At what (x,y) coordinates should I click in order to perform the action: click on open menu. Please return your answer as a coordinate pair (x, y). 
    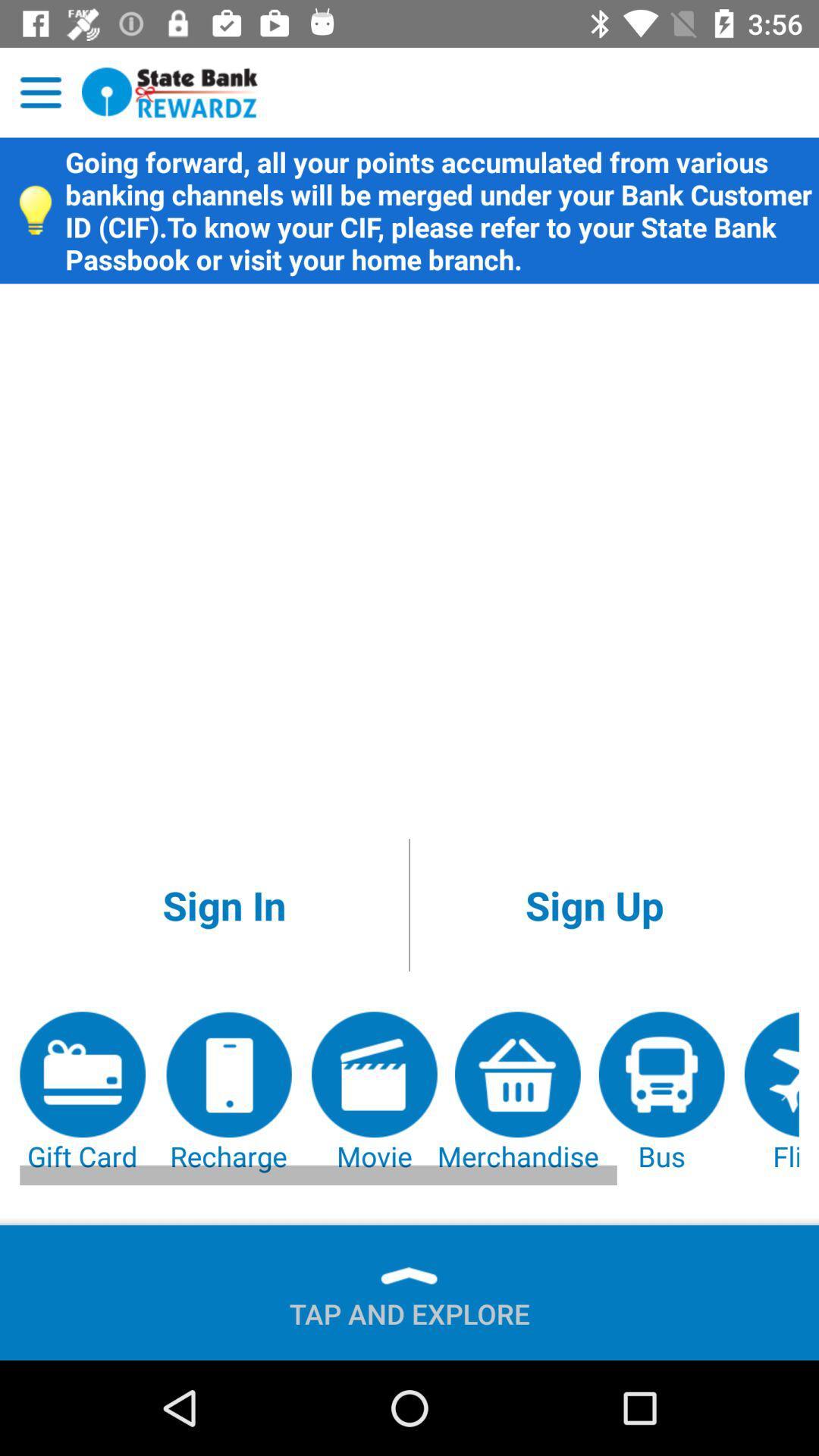
    Looking at the image, I should click on (40, 92).